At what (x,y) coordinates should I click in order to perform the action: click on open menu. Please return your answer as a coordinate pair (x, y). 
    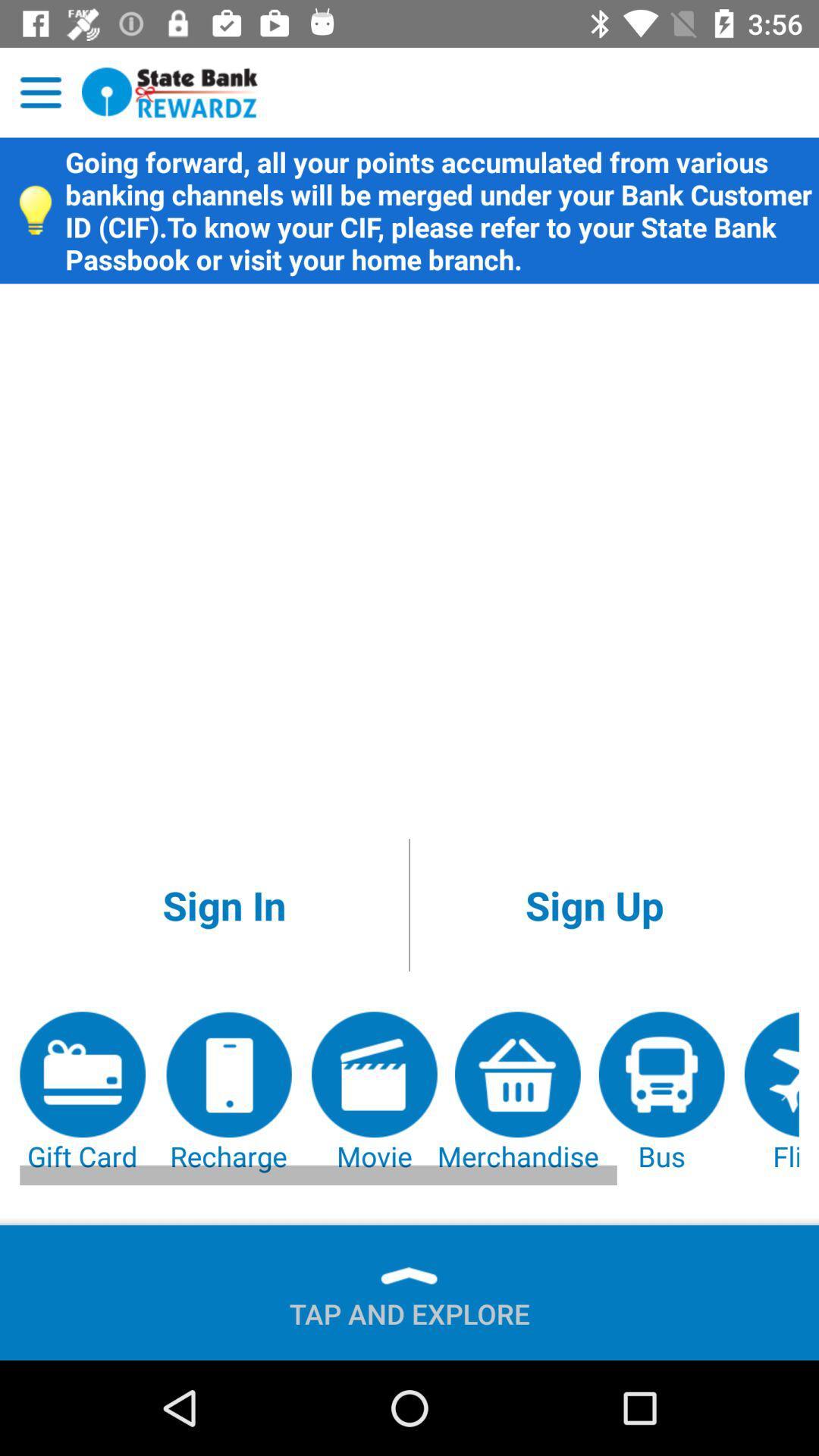
    Looking at the image, I should click on (40, 92).